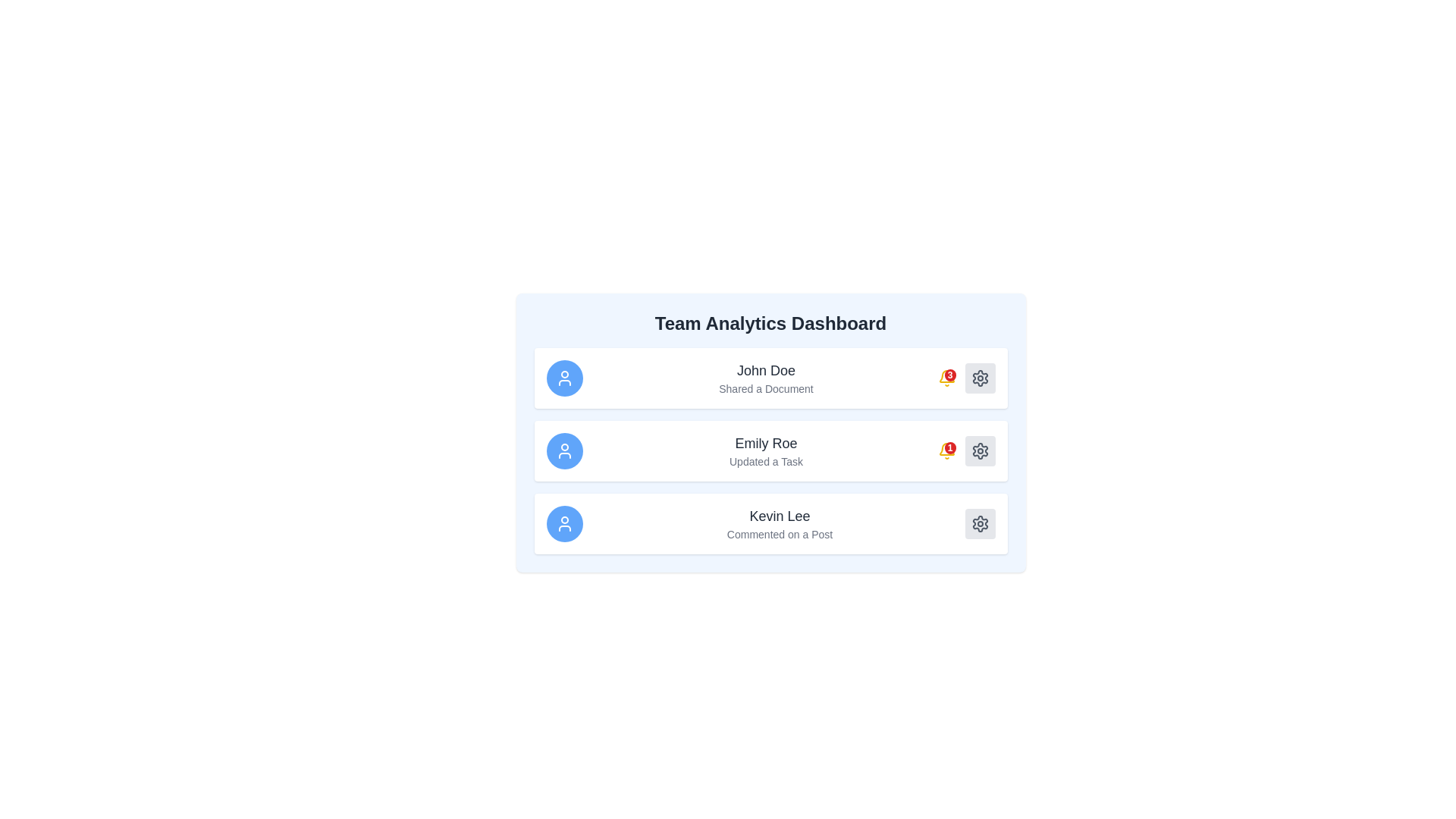 Image resolution: width=1456 pixels, height=819 pixels. I want to click on the settings button, which is a small, rounded cogwheel icon styled in gray, located to the right of the list item labeled 'Kevin Lee Commented on a Post.', so click(980, 522).